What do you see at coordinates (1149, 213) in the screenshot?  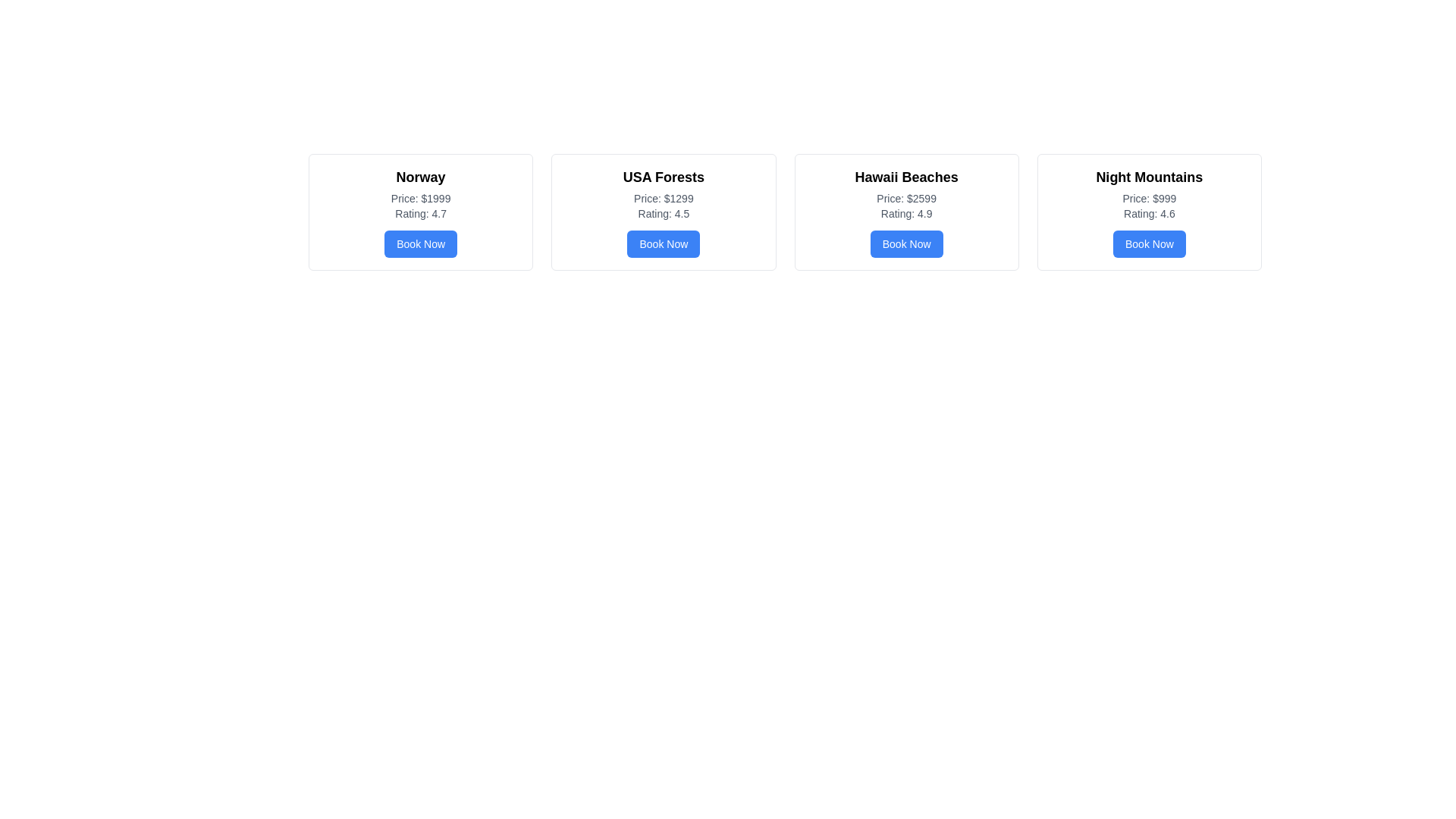 I see `text label that displays the rating, which shows 'Rating: 4.6', located below the price detail within the 'Night Mountains' card` at bounding box center [1149, 213].